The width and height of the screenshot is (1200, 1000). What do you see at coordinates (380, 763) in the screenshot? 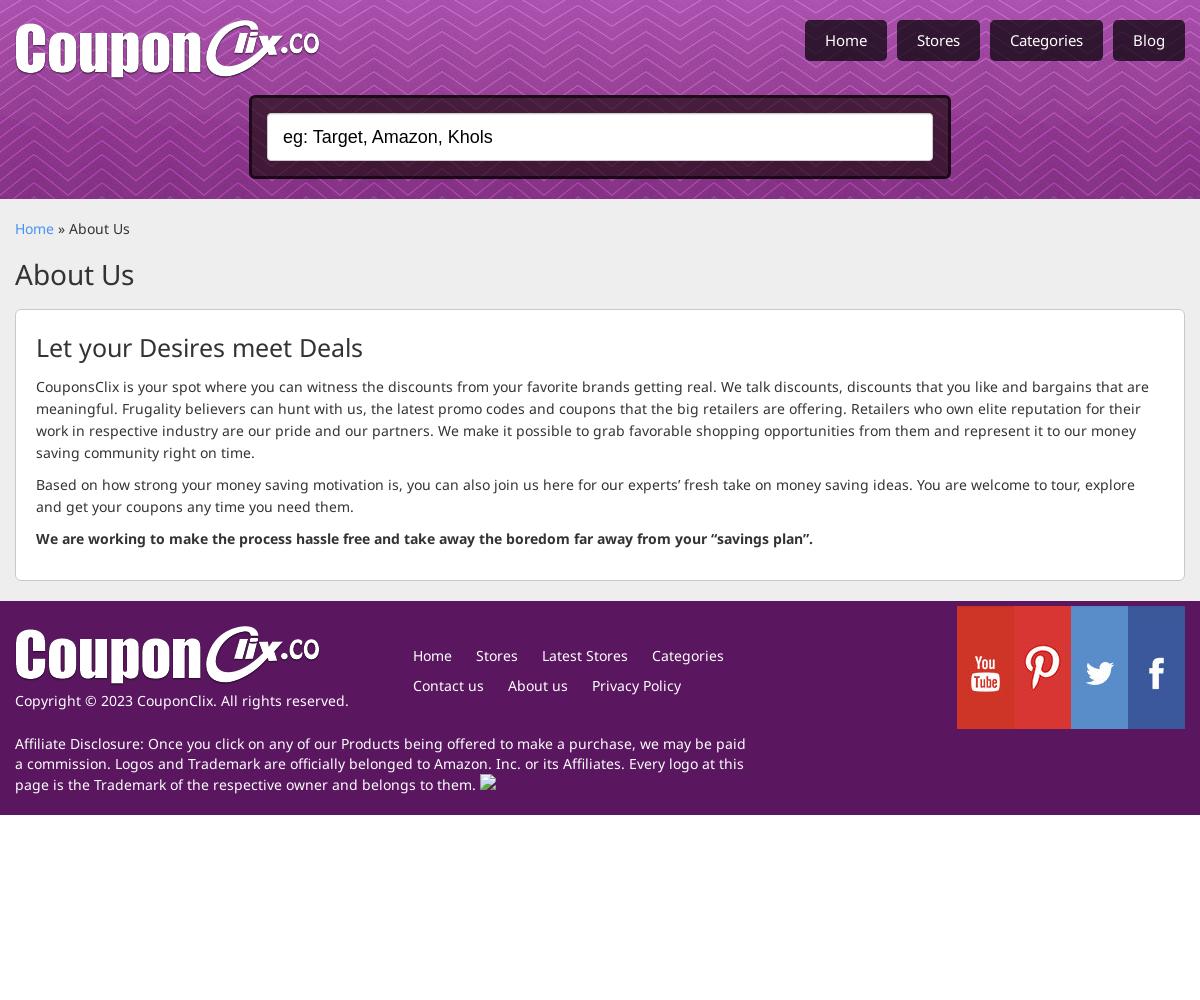
I see `'Affiliate Disclosure: Once you click on any of our Products being offered to make a purchase, we may be paid a commission. Logos and Trademark are officially belonged to Amazon. Inc. or its Affiliates. Every logo at this page is the Trademark of the respective owner and belongs to them.'` at bounding box center [380, 763].